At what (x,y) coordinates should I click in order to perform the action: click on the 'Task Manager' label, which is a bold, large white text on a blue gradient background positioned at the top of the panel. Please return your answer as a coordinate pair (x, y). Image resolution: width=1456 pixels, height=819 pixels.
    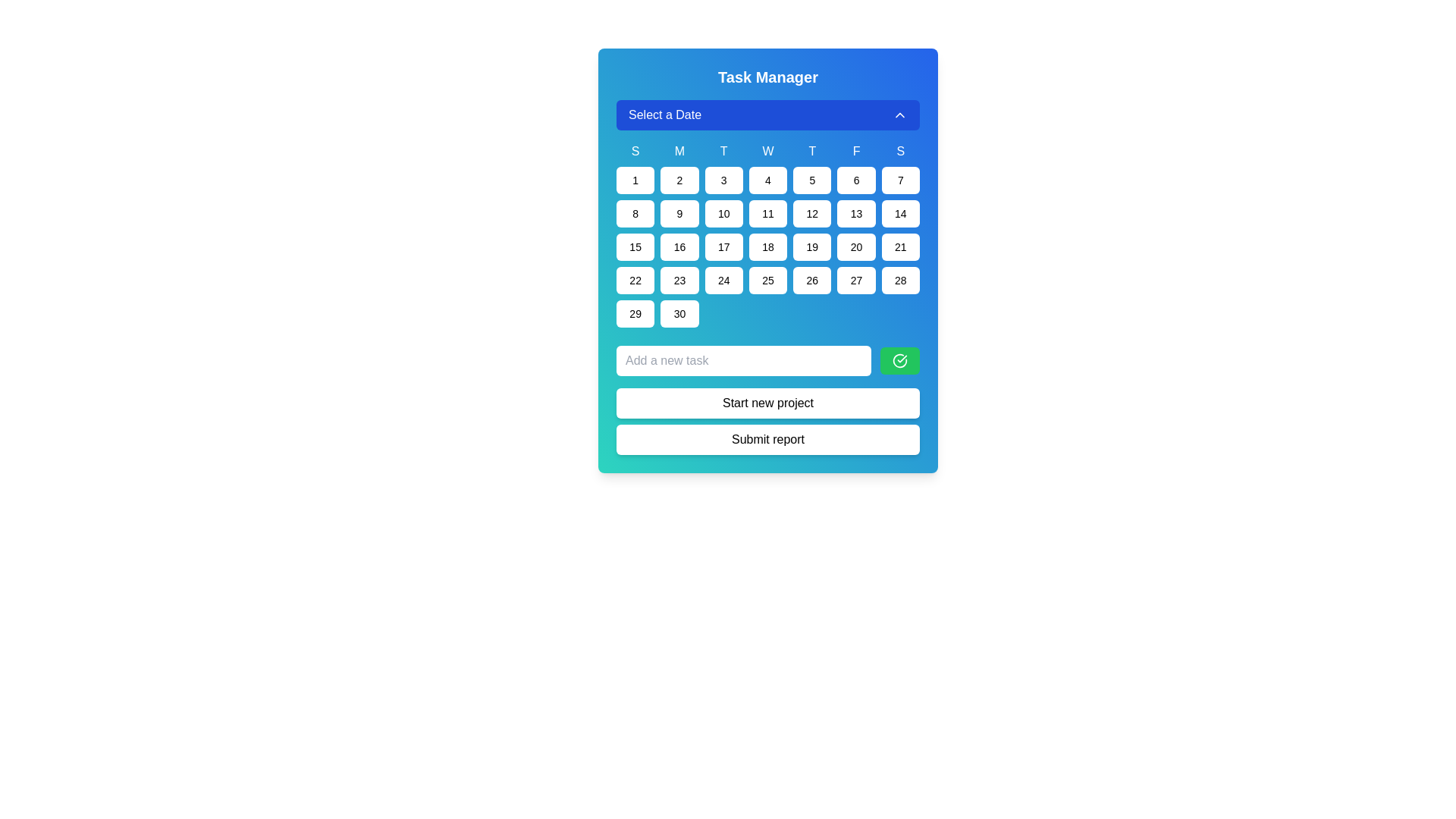
    Looking at the image, I should click on (767, 77).